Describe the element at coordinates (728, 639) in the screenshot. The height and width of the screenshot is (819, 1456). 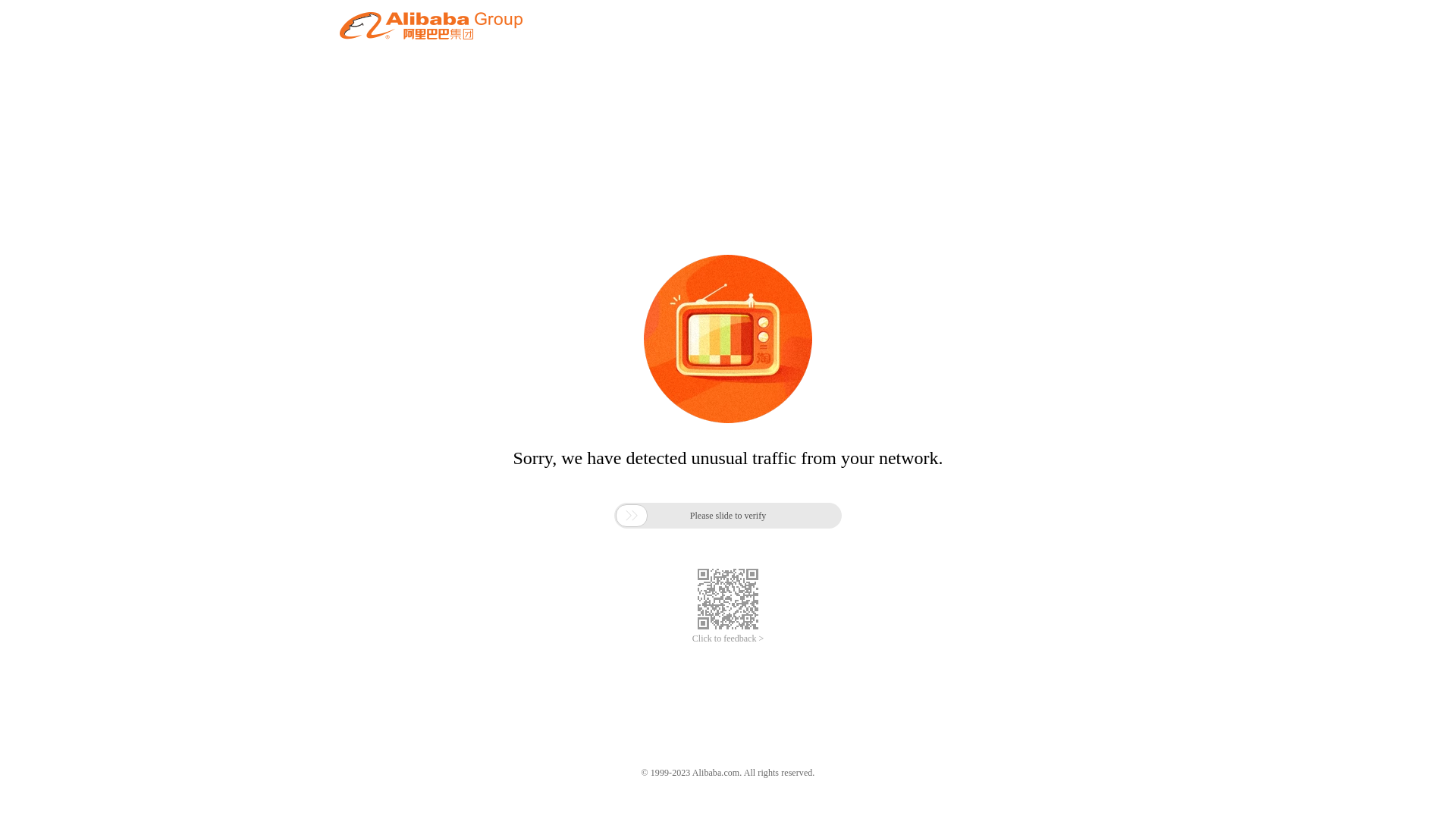
I see `'Click to feedback >'` at that location.